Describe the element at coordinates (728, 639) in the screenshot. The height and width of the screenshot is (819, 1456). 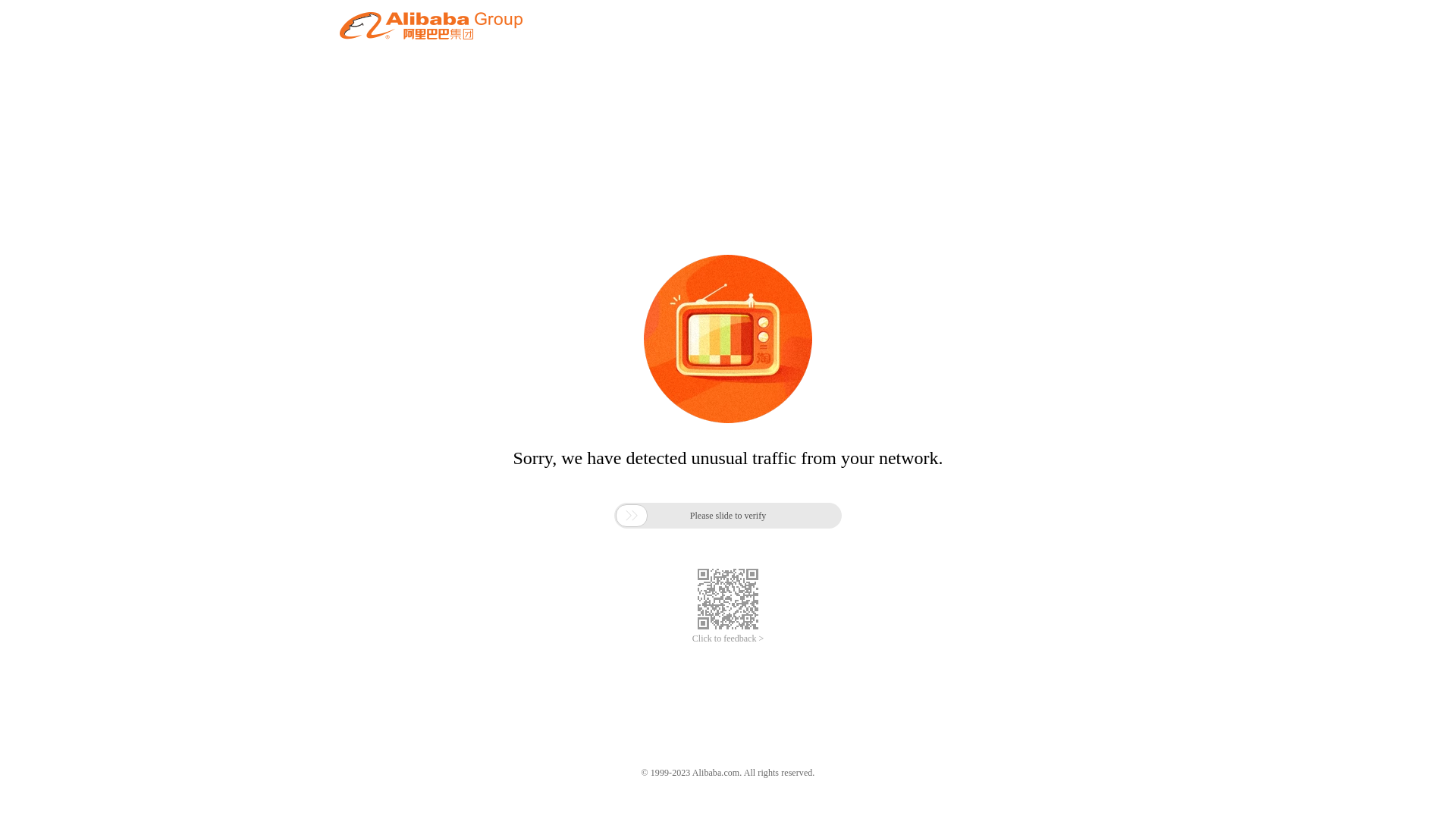
I see `'Click to feedback >'` at that location.